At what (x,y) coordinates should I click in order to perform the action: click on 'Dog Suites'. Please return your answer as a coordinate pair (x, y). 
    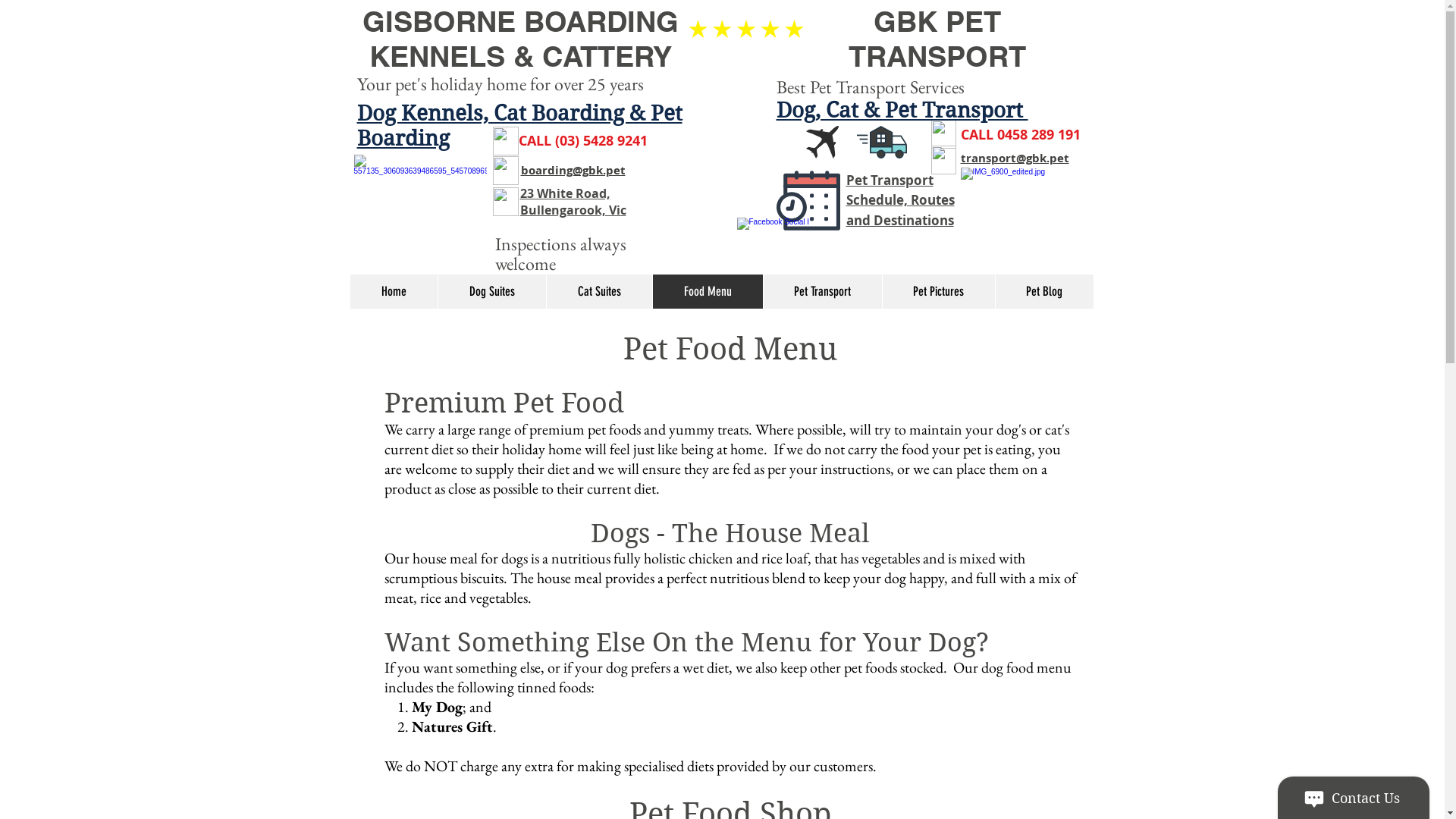
    Looking at the image, I should click on (491, 291).